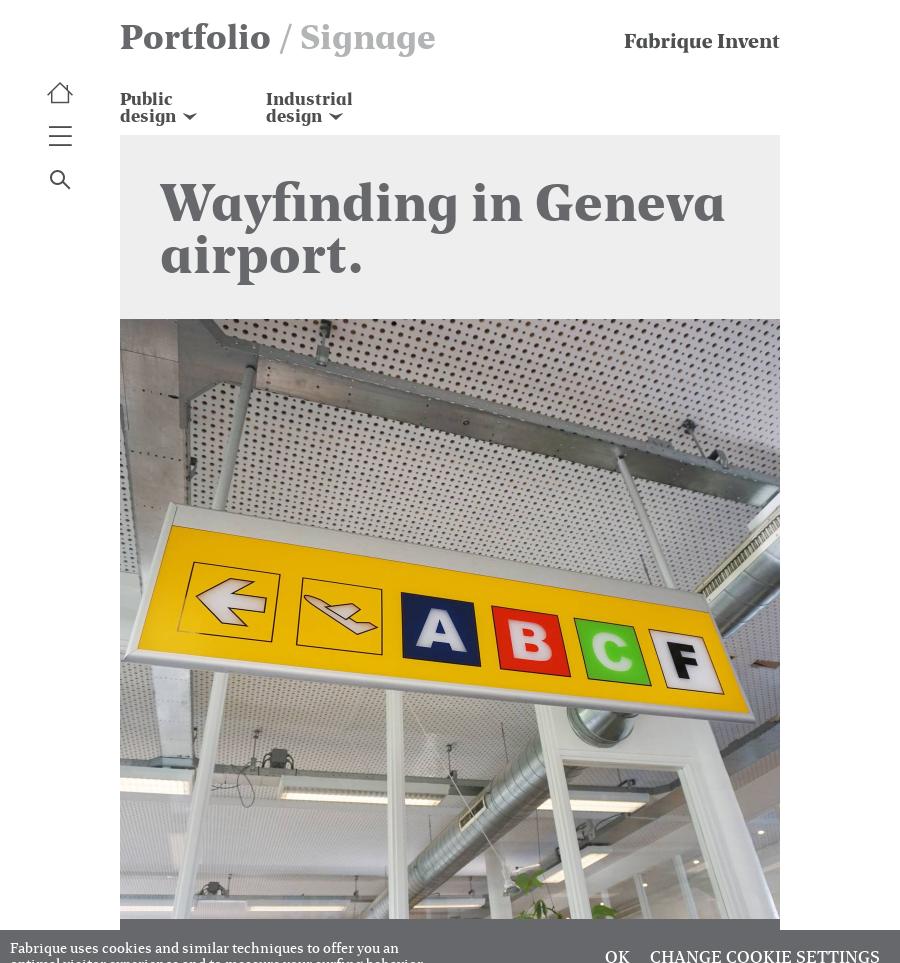  What do you see at coordinates (147, 105) in the screenshot?
I see `'Public design'` at bounding box center [147, 105].